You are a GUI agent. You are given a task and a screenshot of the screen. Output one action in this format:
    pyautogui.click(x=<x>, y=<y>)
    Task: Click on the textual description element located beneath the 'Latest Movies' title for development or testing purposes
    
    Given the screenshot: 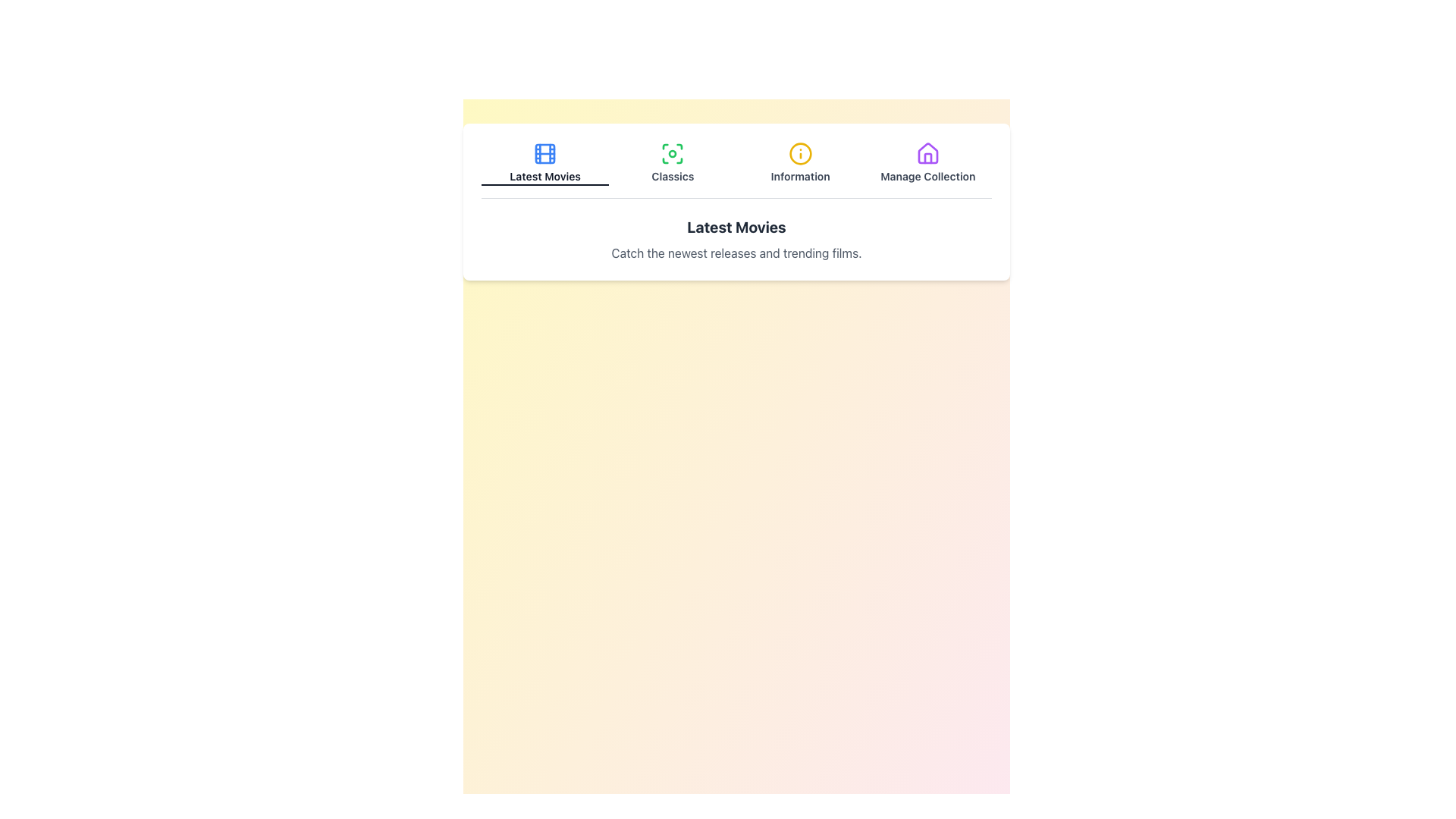 What is the action you would take?
    pyautogui.click(x=736, y=253)
    